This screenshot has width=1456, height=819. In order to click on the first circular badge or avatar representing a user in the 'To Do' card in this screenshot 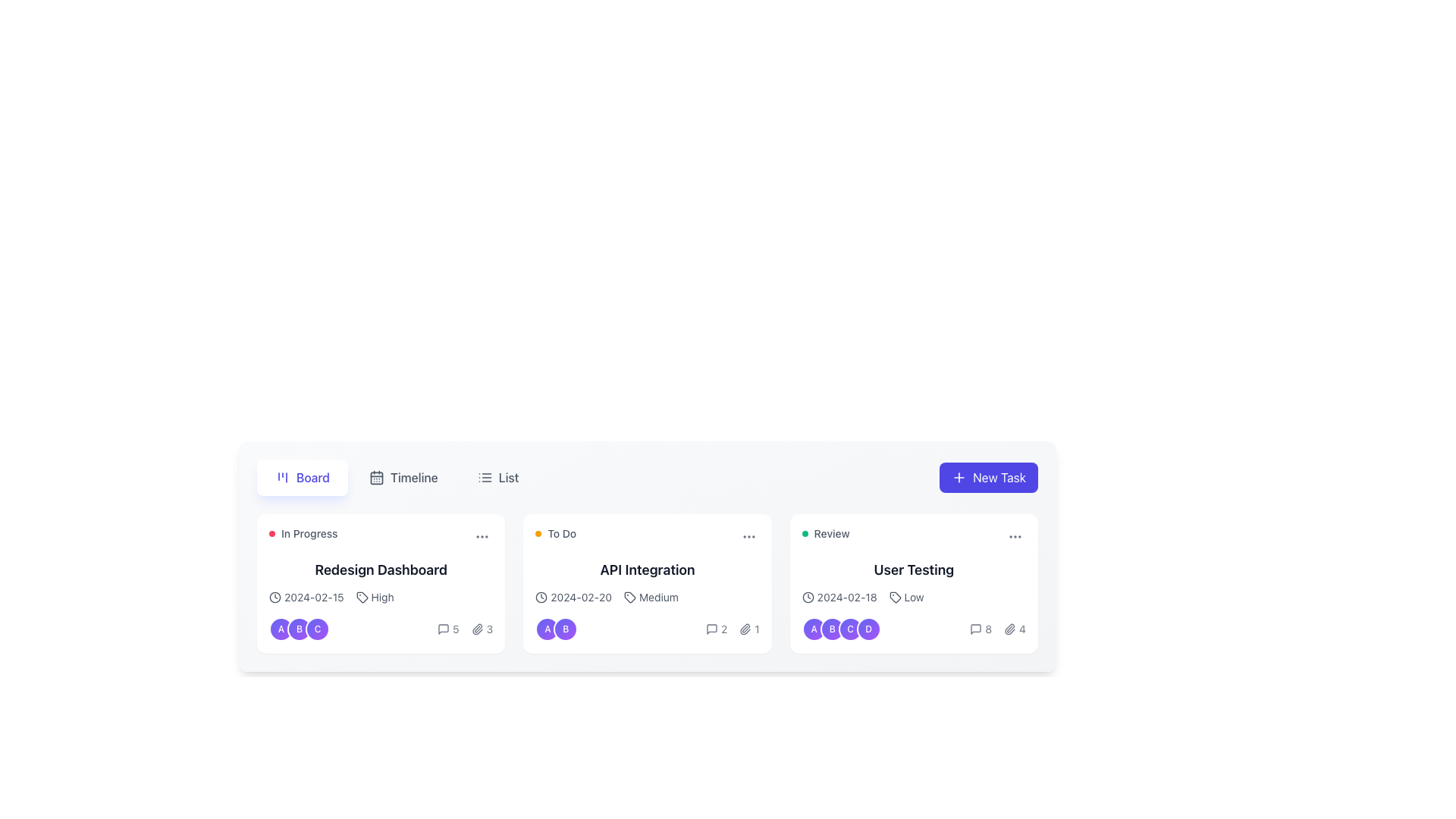, I will do `click(547, 629)`.